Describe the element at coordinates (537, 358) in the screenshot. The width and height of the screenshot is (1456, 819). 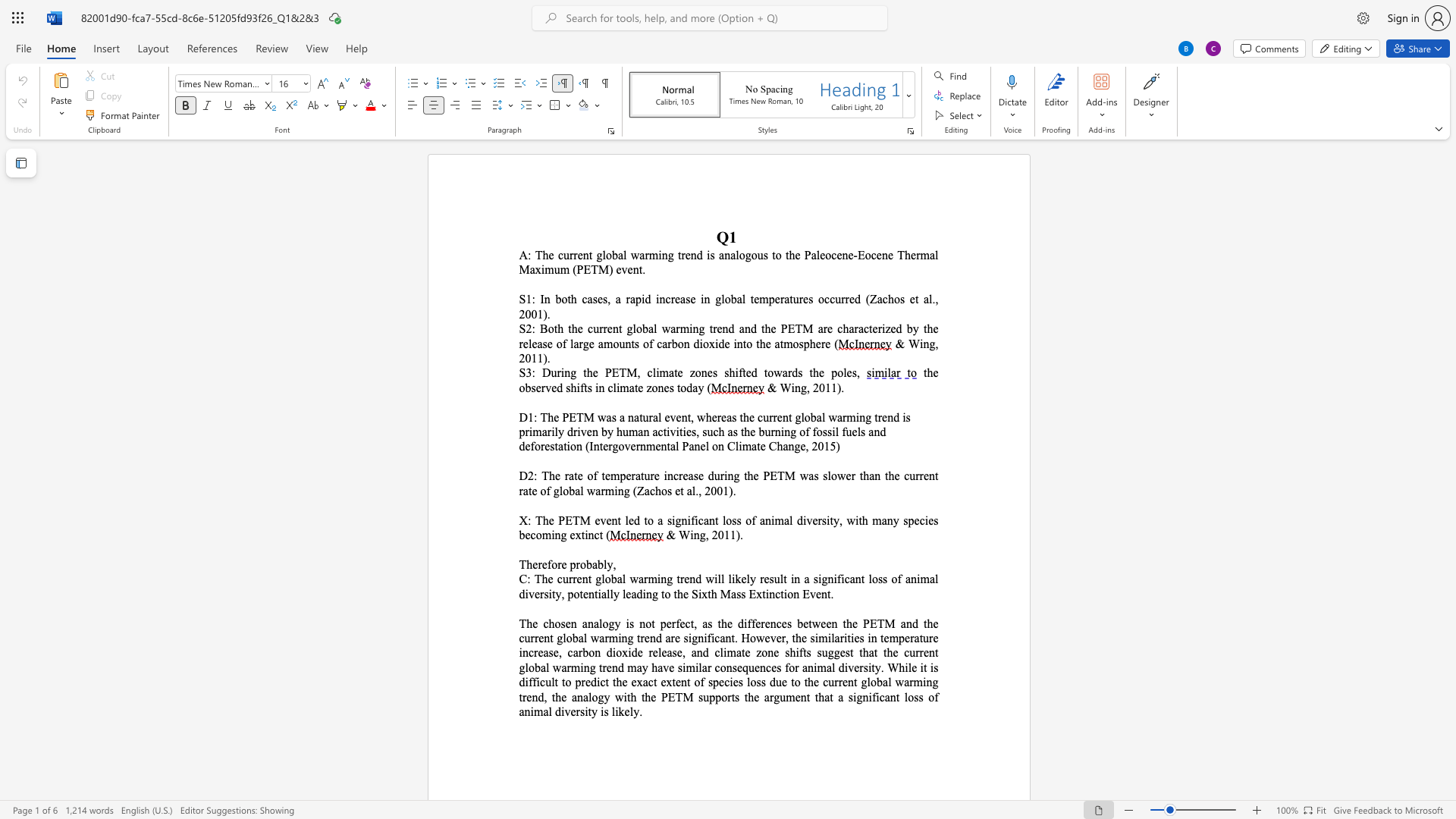
I see `the space between the continuous character "1" and "1" in the text` at that location.